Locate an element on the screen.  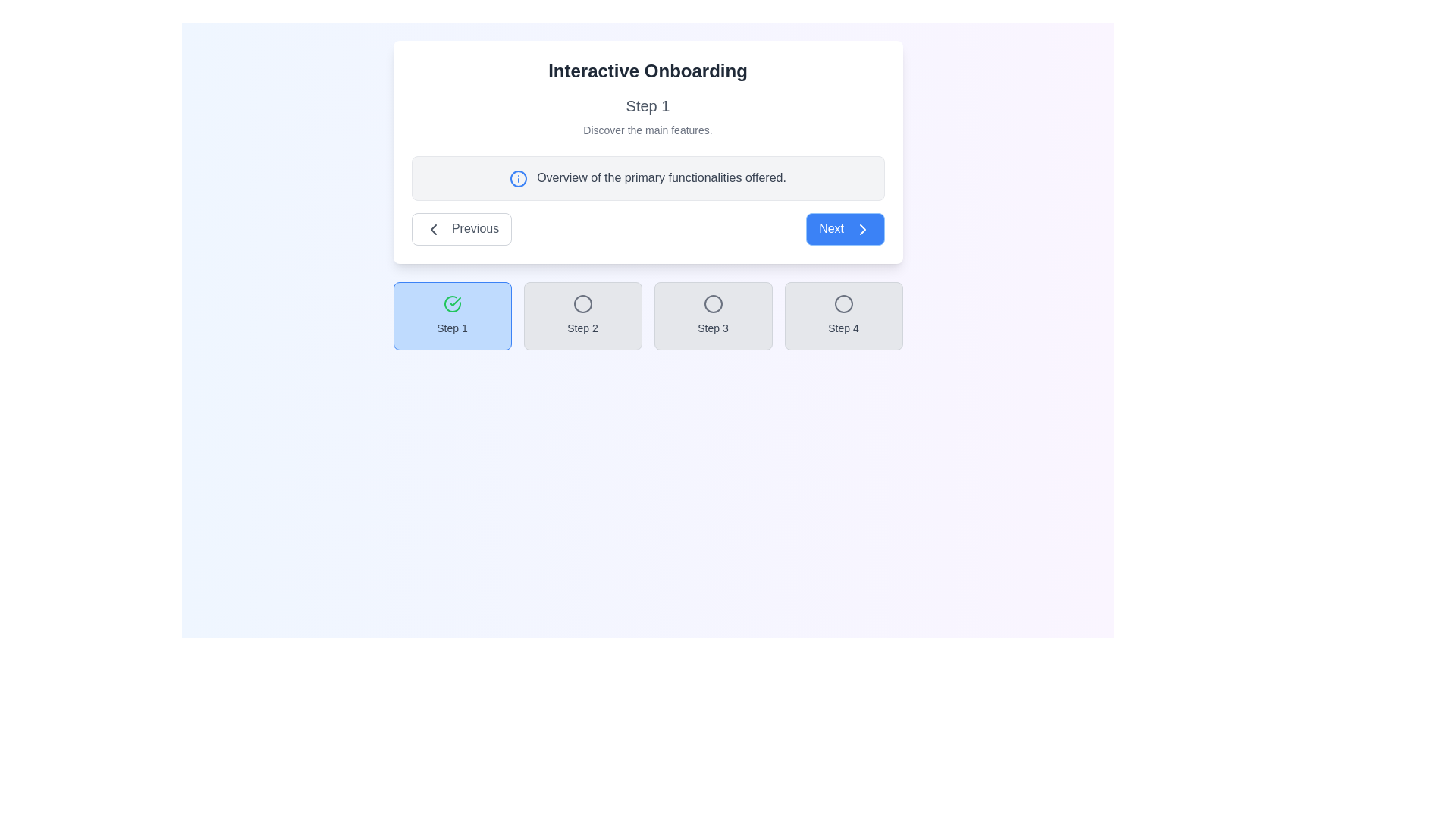
the button labeled 'Step 1', which has a green outlined circle with a checkmark and a light blue background is located at coordinates (451, 315).